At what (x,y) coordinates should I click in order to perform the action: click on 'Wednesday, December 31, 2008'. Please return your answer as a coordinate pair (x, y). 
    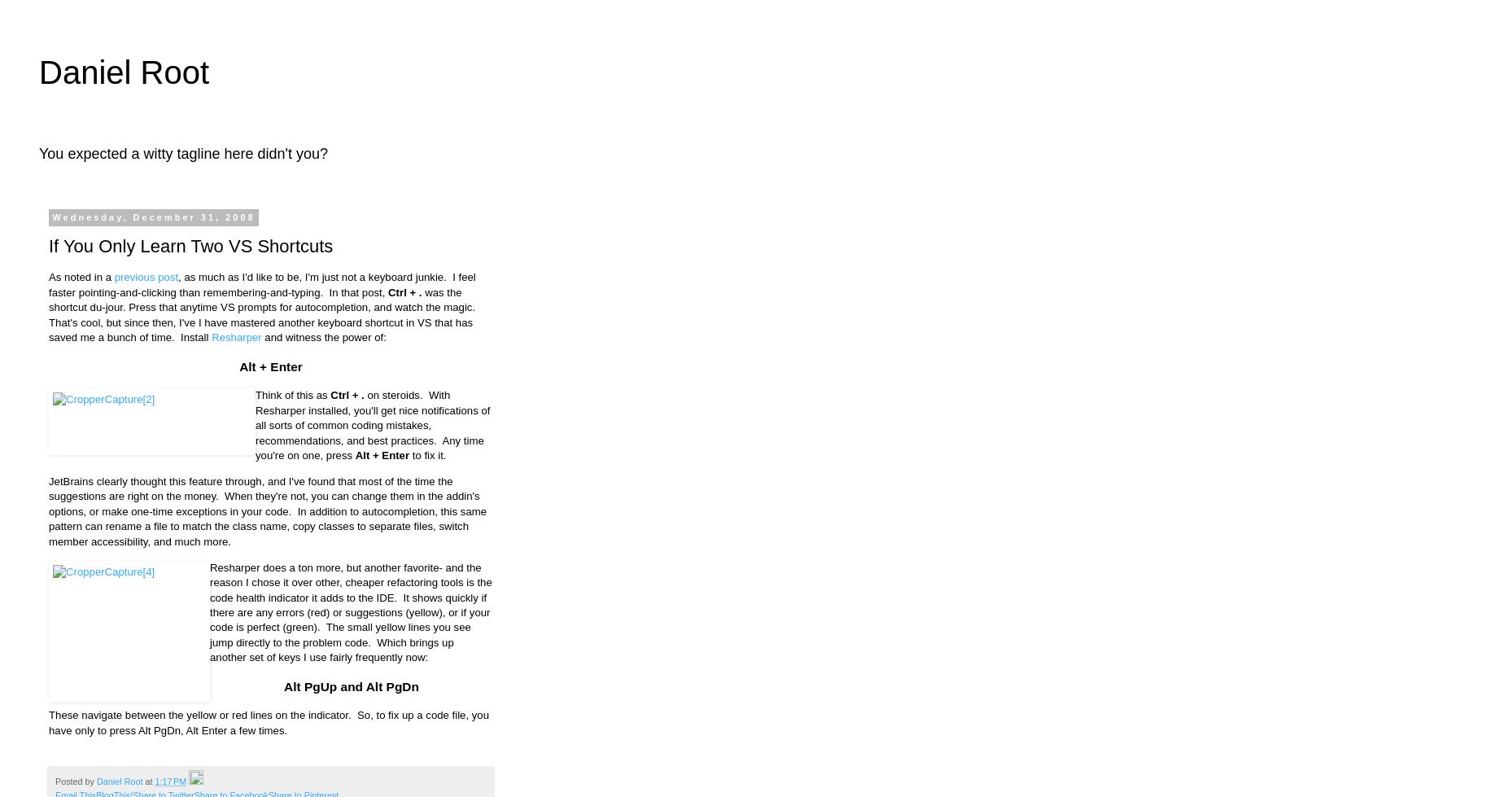
    Looking at the image, I should click on (152, 217).